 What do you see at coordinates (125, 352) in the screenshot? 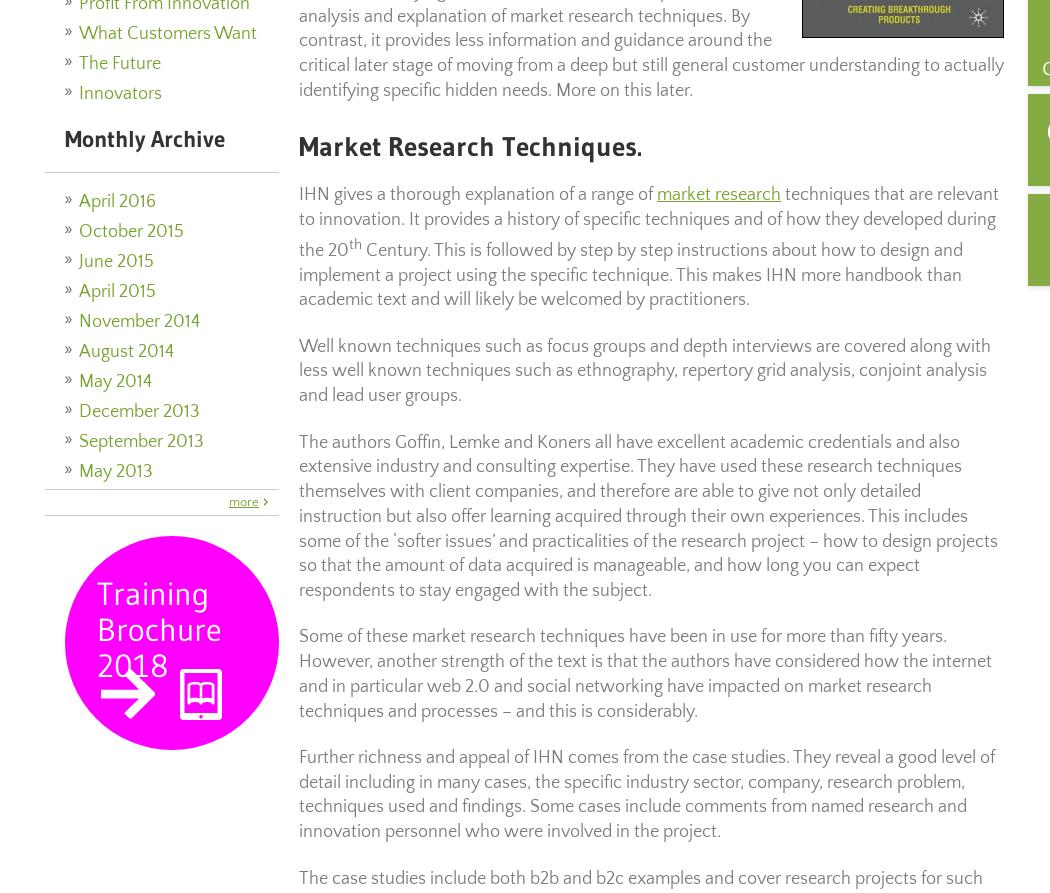
I see `'August 2014'` at bounding box center [125, 352].